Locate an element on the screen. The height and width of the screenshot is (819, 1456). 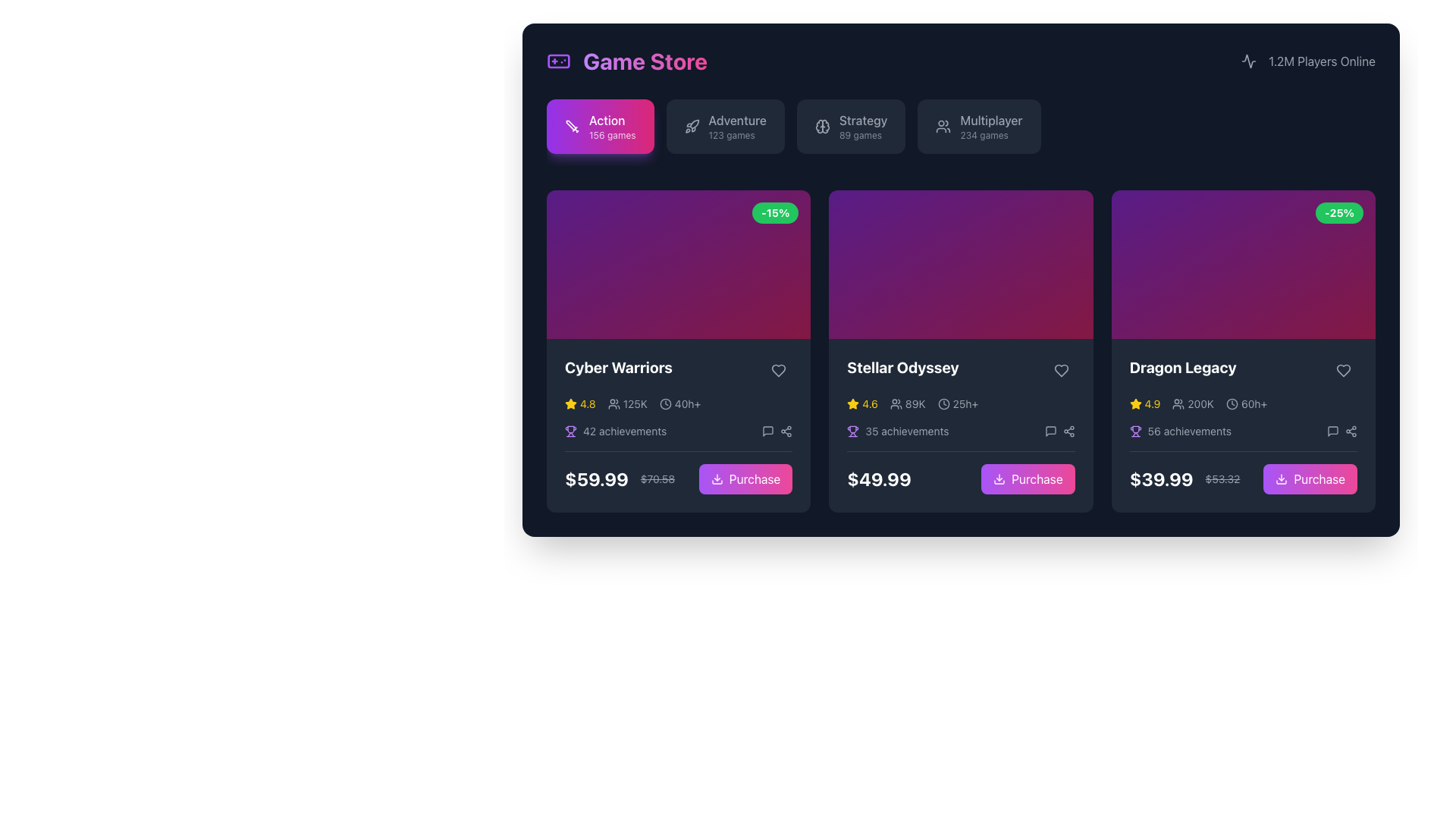
the star icon representing the rating in the first game card of the 'Cyber Warriors' section, which indicates a rating of '4.8' is located at coordinates (570, 403).